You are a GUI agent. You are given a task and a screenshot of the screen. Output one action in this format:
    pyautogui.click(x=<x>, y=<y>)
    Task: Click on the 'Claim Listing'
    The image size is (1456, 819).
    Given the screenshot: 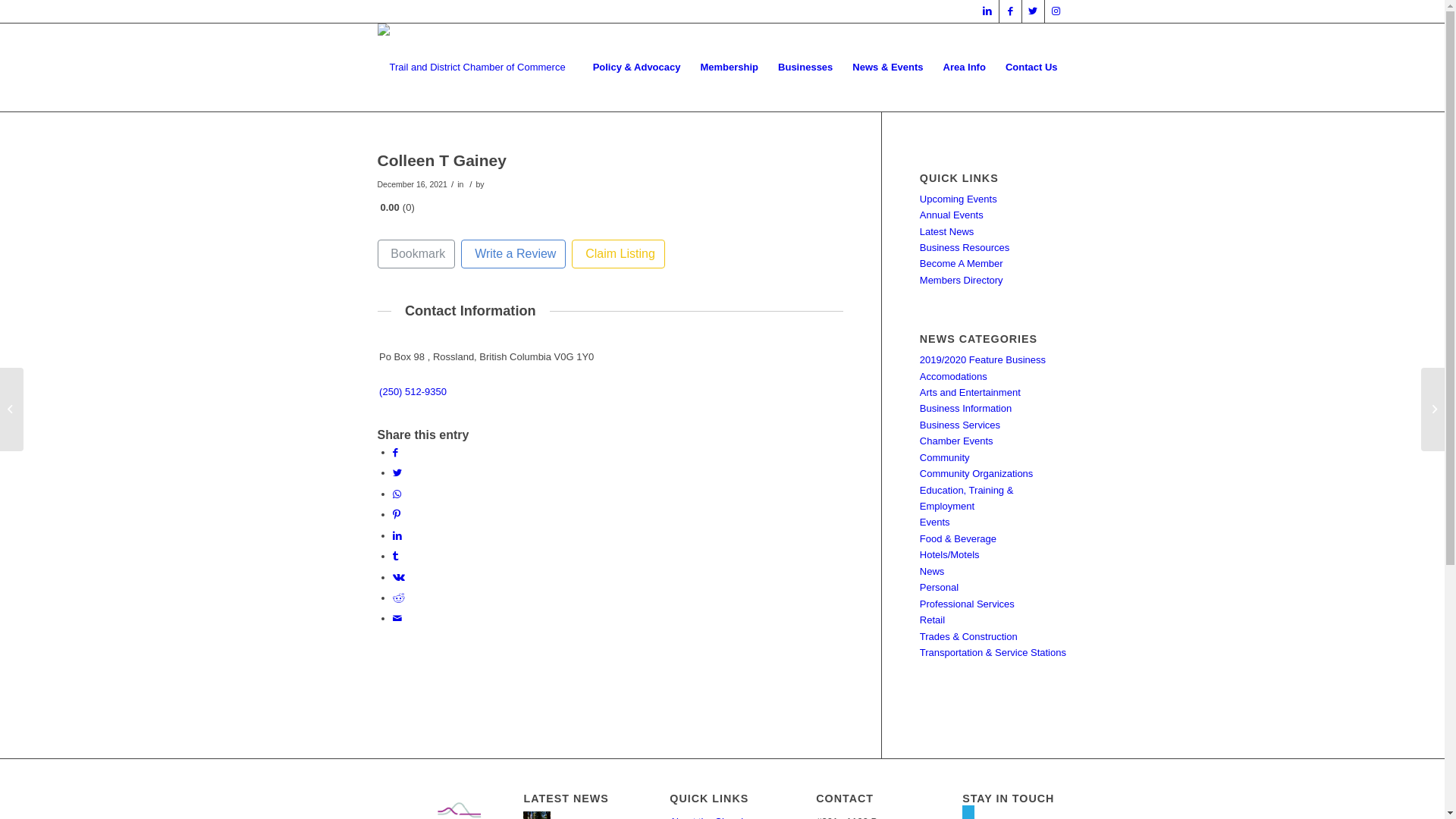 What is the action you would take?
    pyautogui.click(x=618, y=253)
    